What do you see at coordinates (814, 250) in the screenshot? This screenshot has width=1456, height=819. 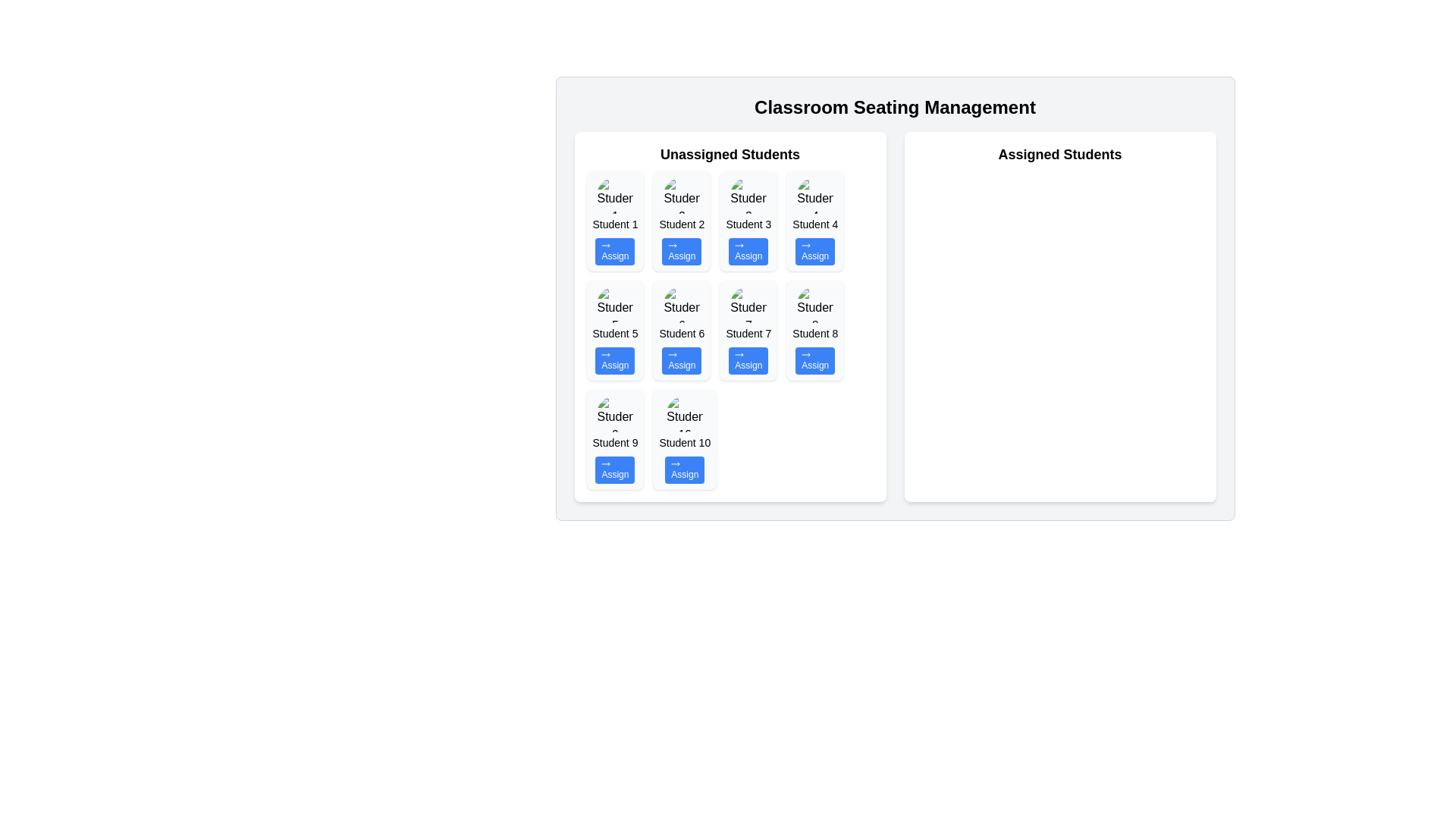 I see `the button located in the 'Student 4' section under 'Unassigned Students'` at bounding box center [814, 250].